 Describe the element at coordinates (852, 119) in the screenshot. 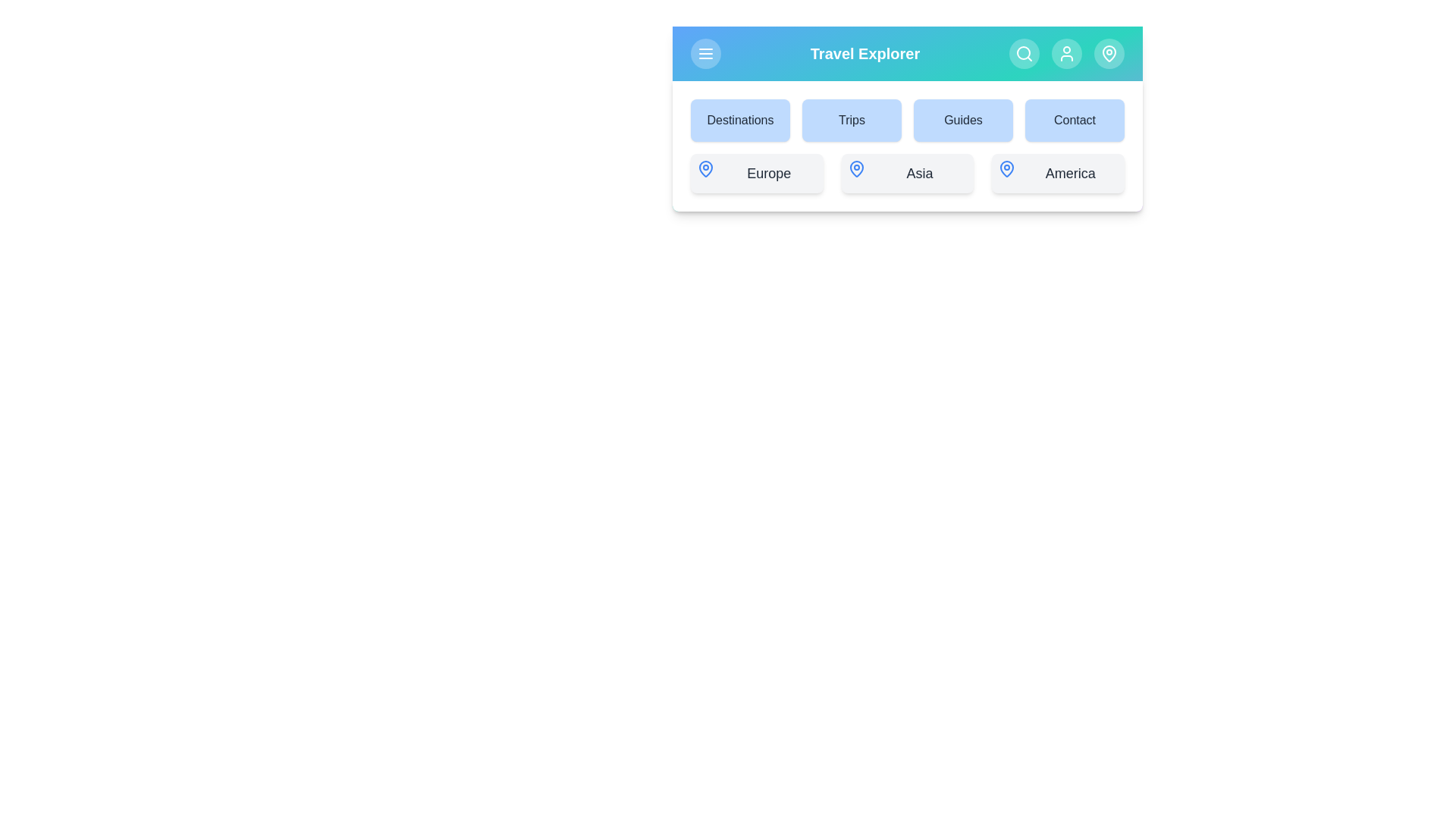

I see `the Trips button in the navigation bar` at that location.